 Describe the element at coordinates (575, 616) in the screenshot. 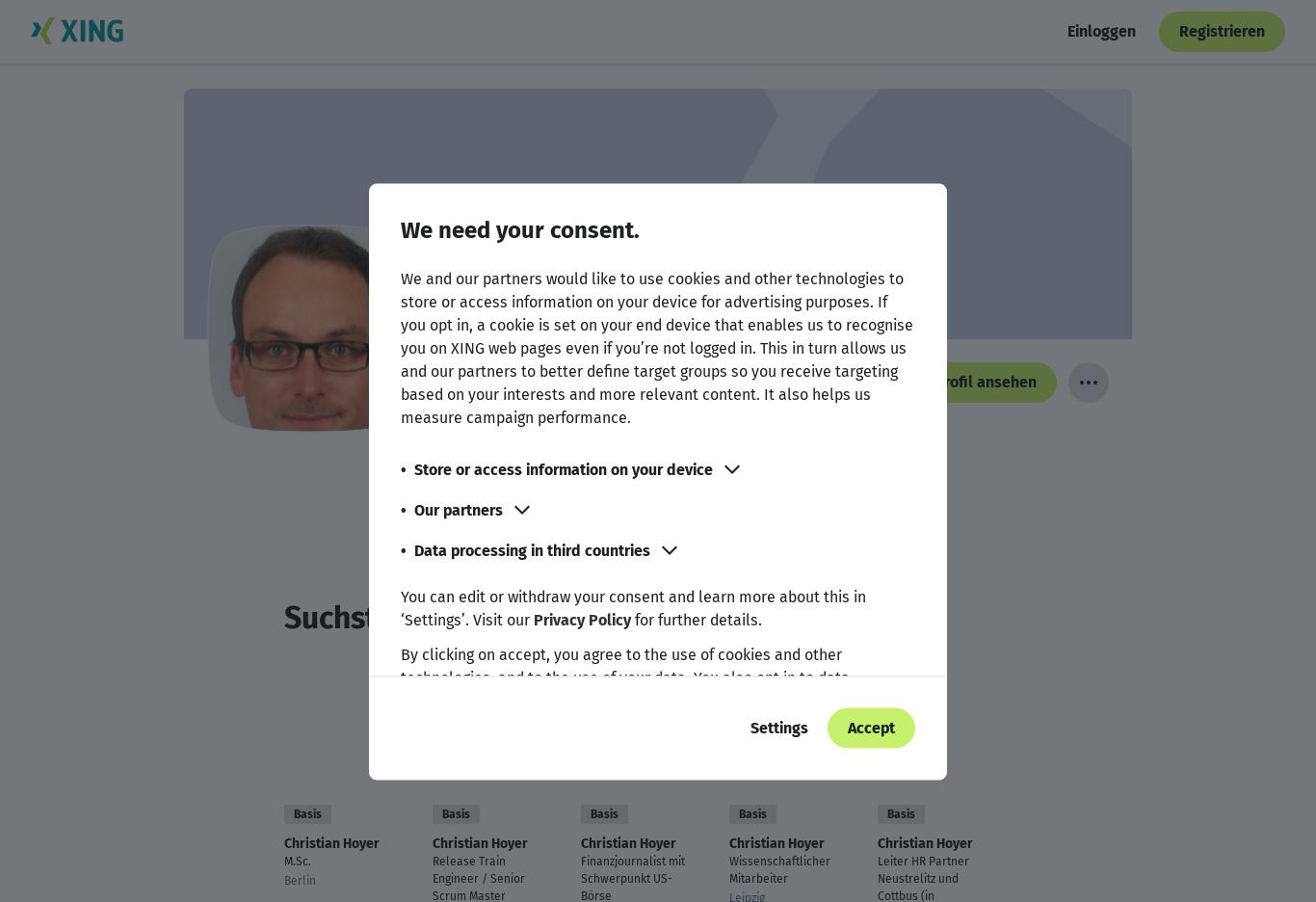

I see `'Suchst Du einen anderen Christian Hoyer?'` at that location.